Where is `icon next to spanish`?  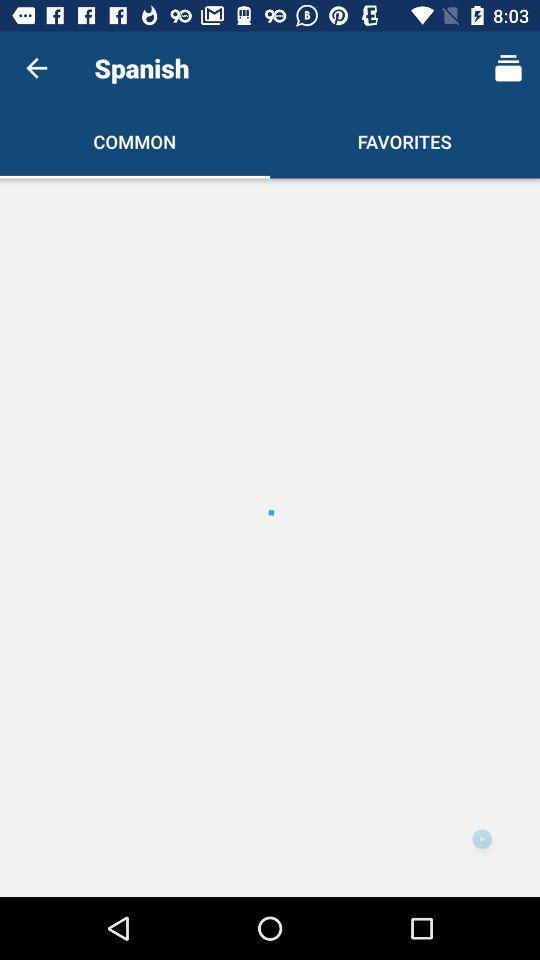
icon next to spanish is located at coordinates (508, 68).